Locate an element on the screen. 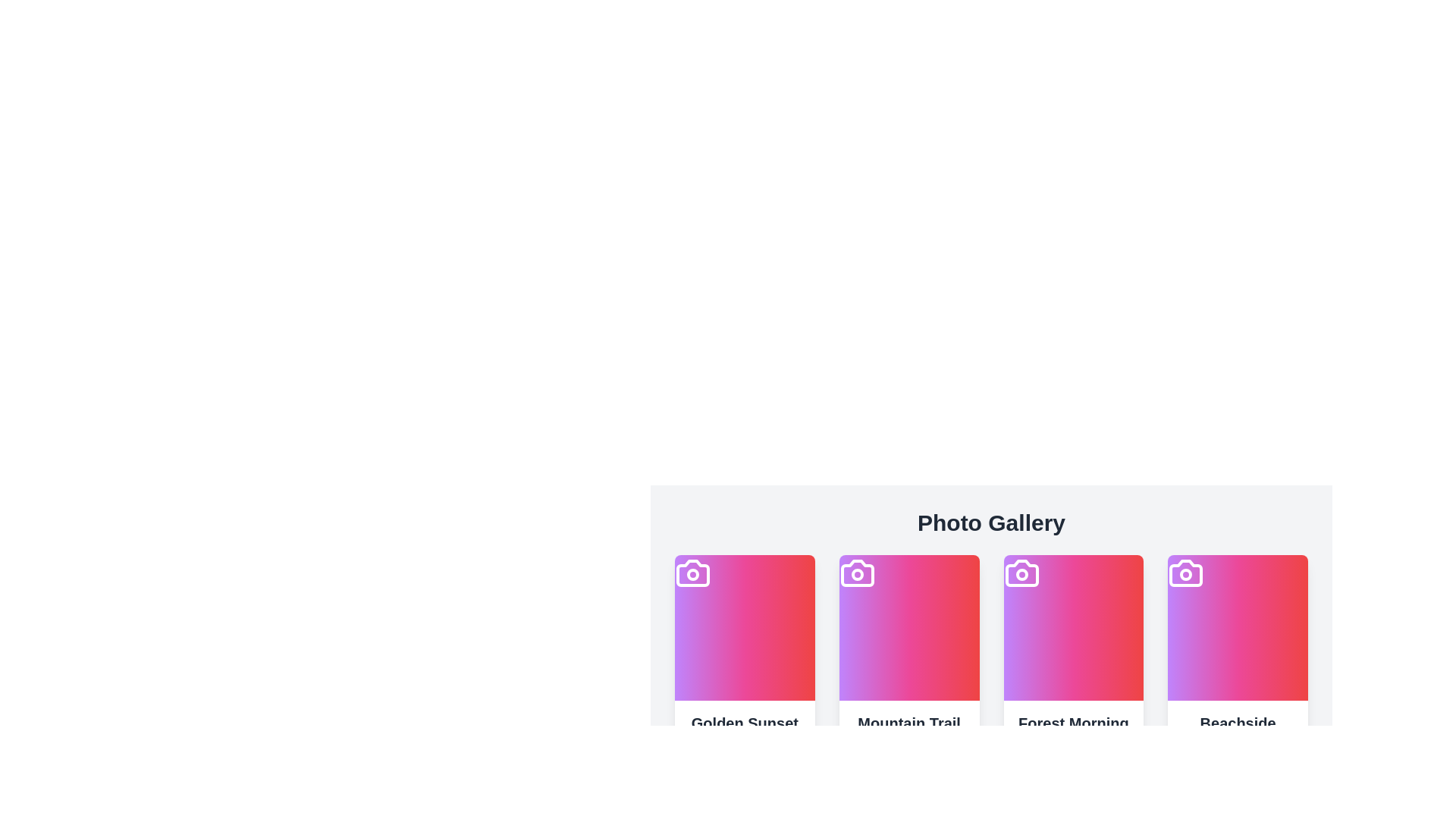  the camera icon outlined in white, located at the top-center of the second tile in the 'Photo Gallery' is located at coordinates (857, 573).